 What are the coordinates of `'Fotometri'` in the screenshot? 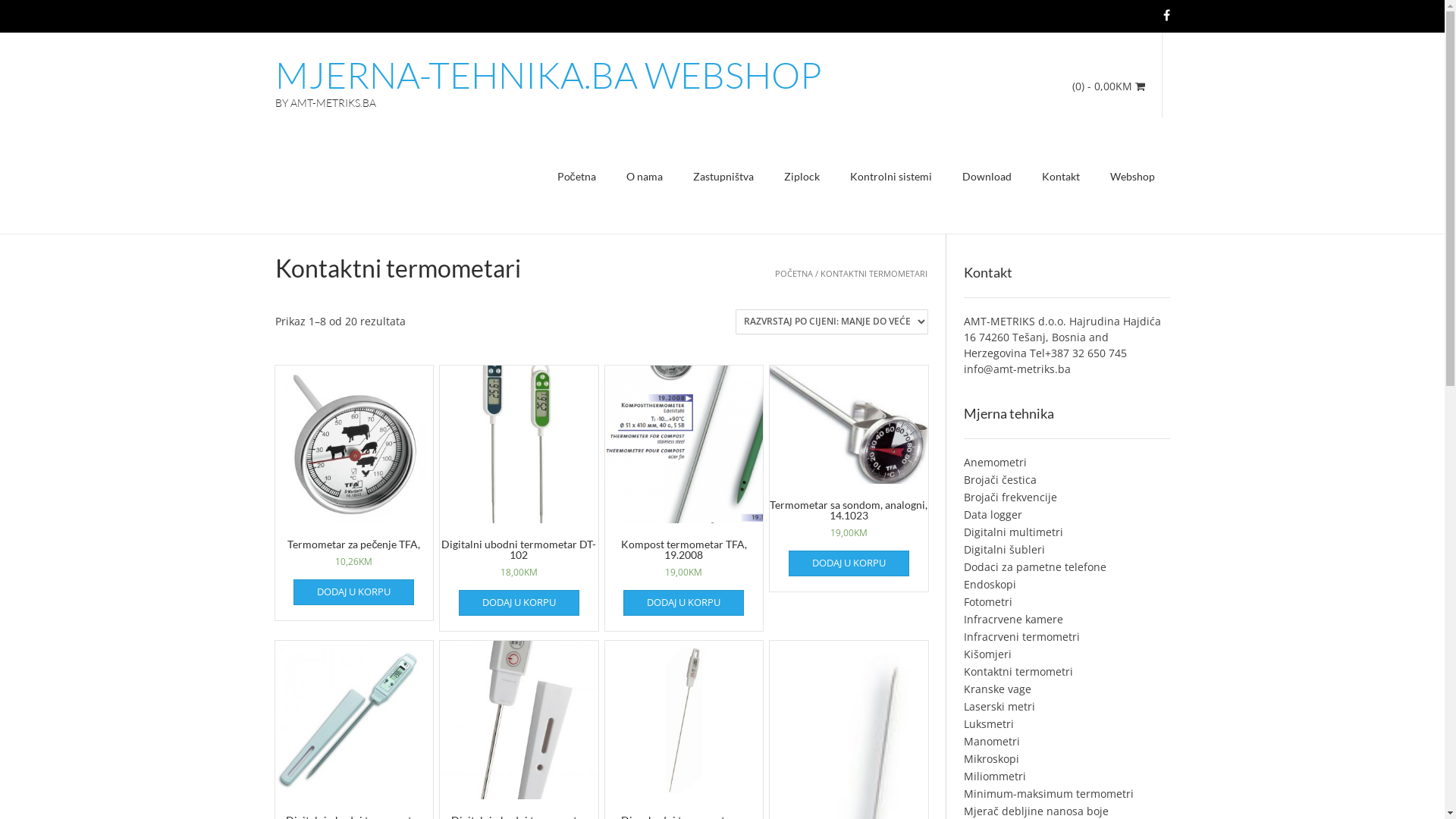 It's located at (963, 601).